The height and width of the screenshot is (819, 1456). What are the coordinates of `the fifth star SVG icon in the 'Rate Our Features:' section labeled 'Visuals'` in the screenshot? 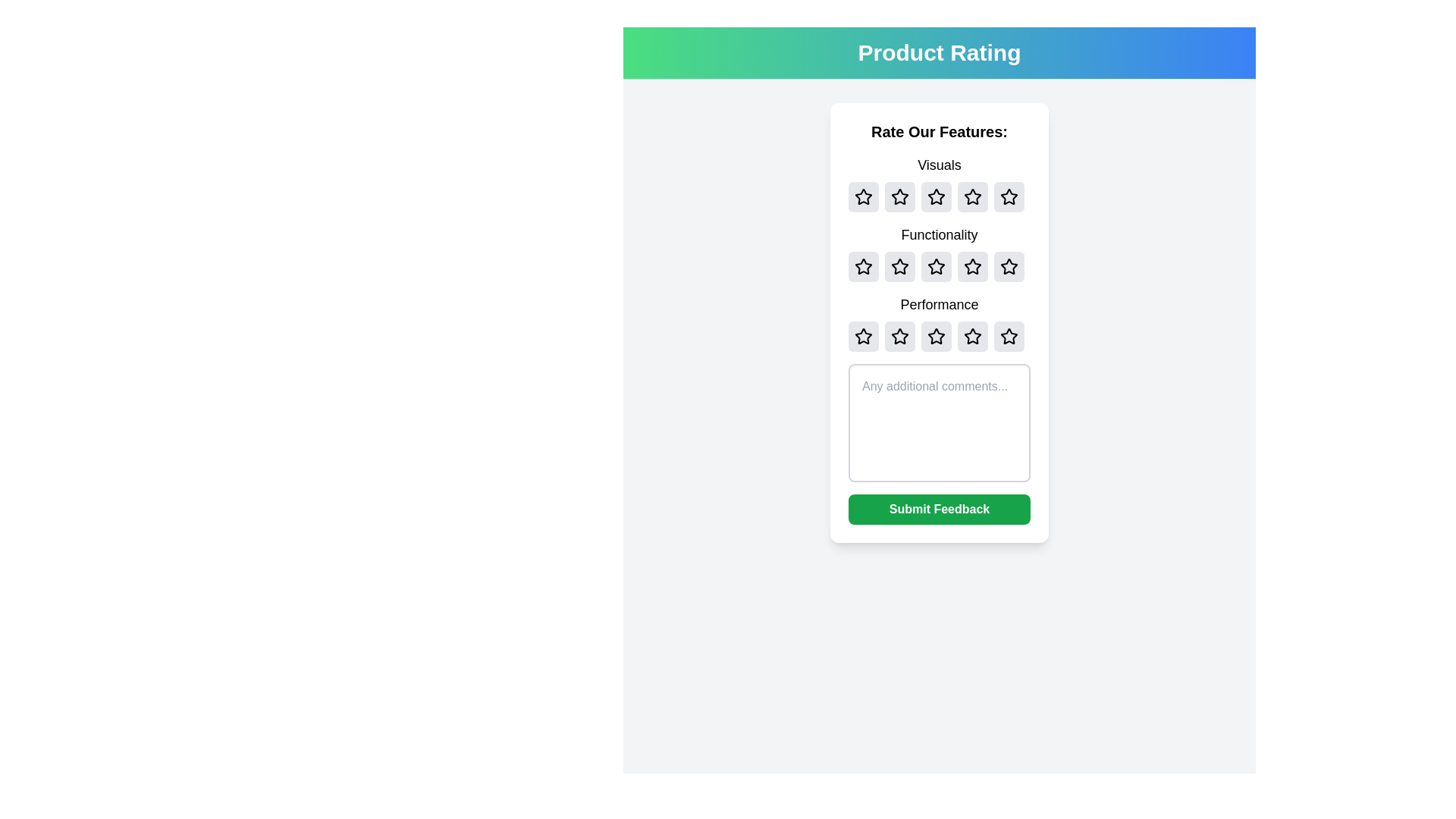 It's located at (1009, 196).